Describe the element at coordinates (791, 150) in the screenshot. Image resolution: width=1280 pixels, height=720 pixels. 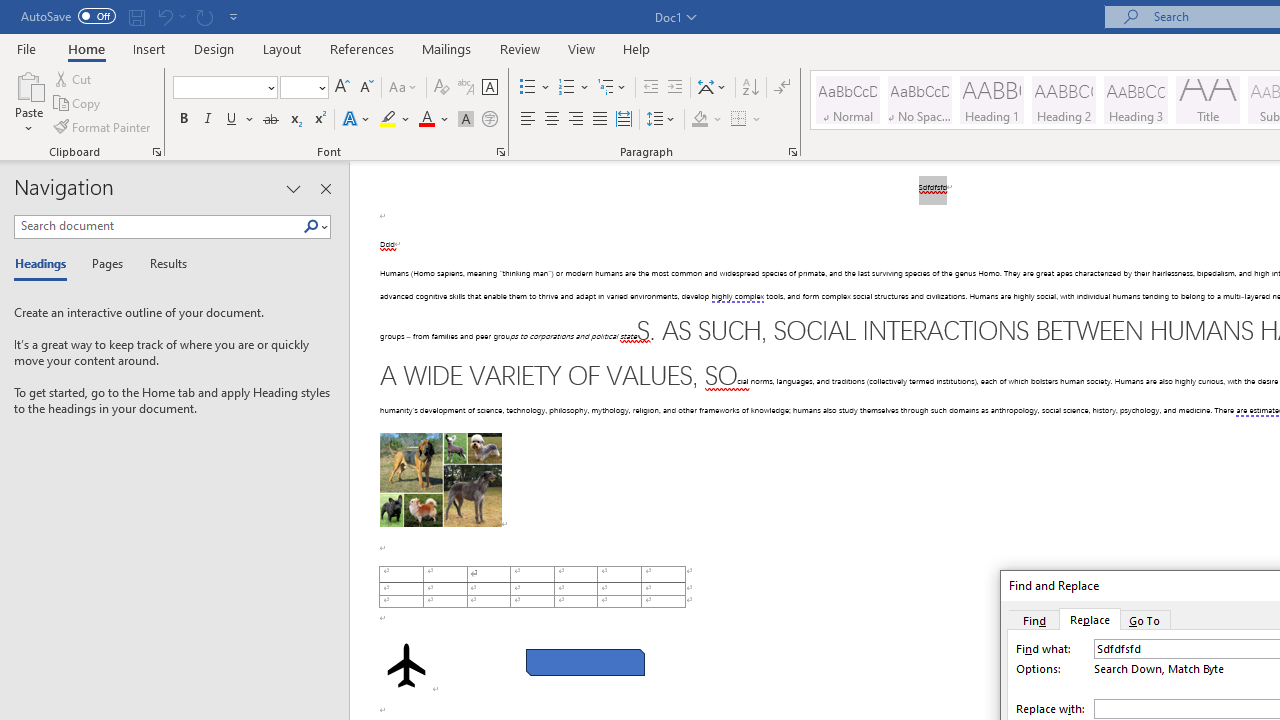
I see `'Paragraph...'` at that location.